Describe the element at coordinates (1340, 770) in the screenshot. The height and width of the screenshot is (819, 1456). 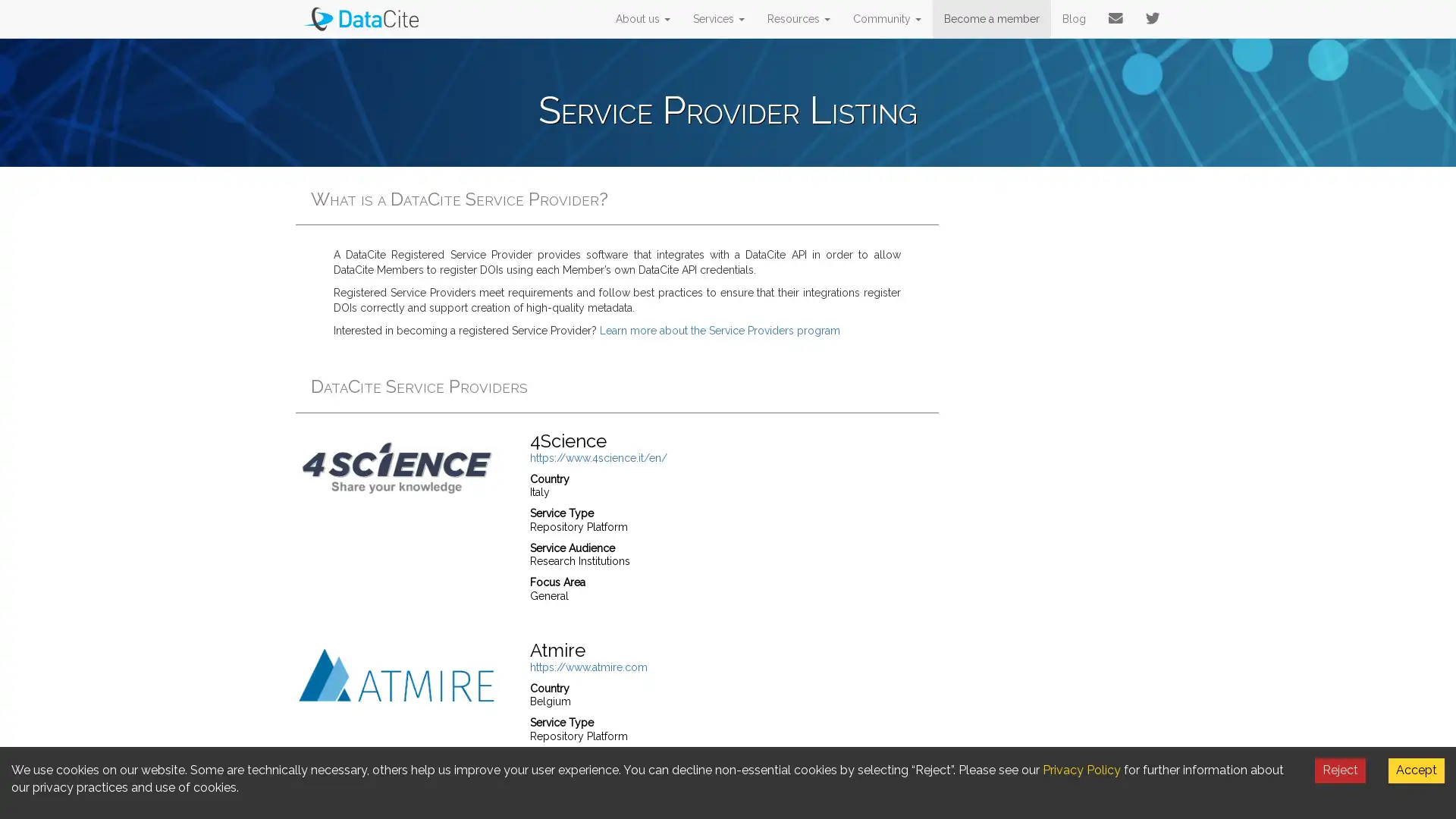
I see `Decline cookies` at that location.